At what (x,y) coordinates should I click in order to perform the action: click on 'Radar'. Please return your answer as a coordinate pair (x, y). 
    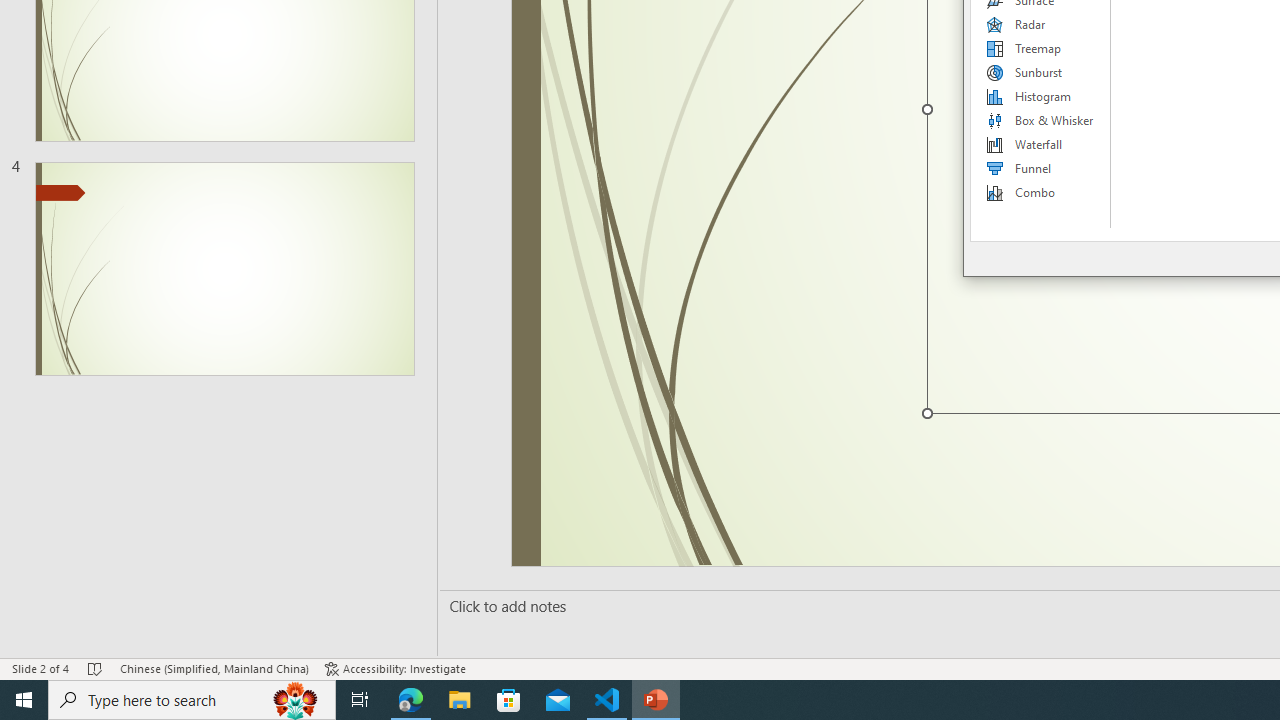
    Looking at the image, I should click on (1040, 24).